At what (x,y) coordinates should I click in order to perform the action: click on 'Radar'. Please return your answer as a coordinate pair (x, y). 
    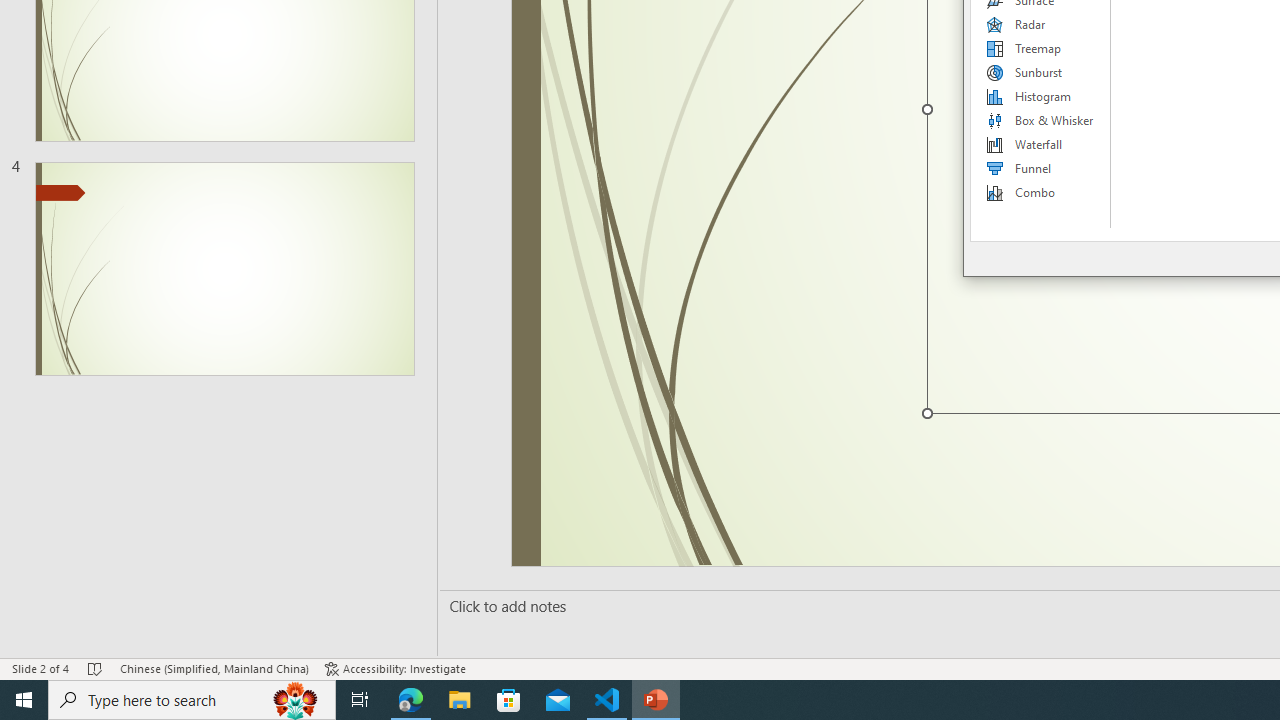
    Looking at the image, I should click on (1040, 24).